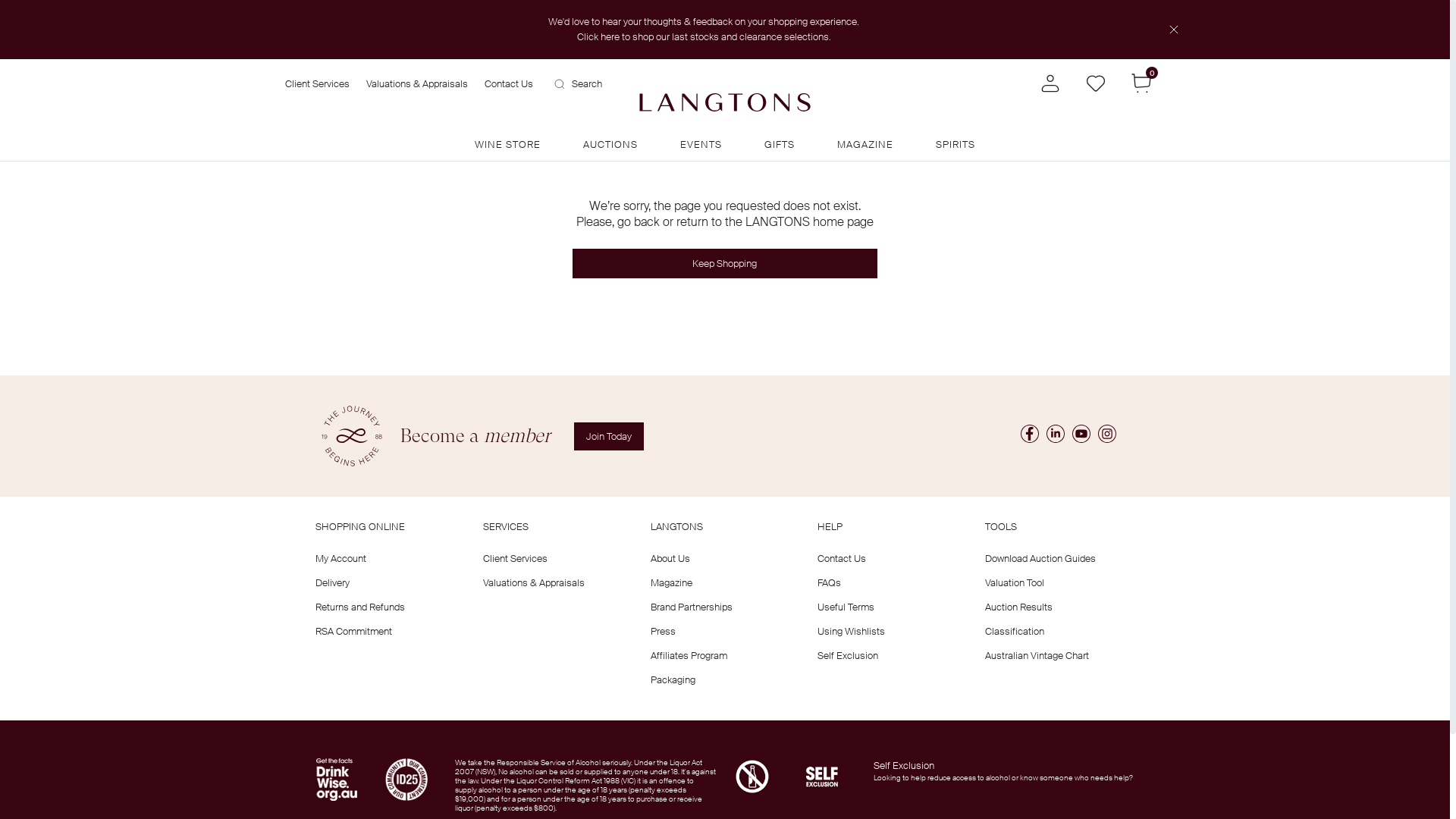  Describe the element at coordinates (851, 631) in the screenshot. I see `'Using Wishlists'` at that location.